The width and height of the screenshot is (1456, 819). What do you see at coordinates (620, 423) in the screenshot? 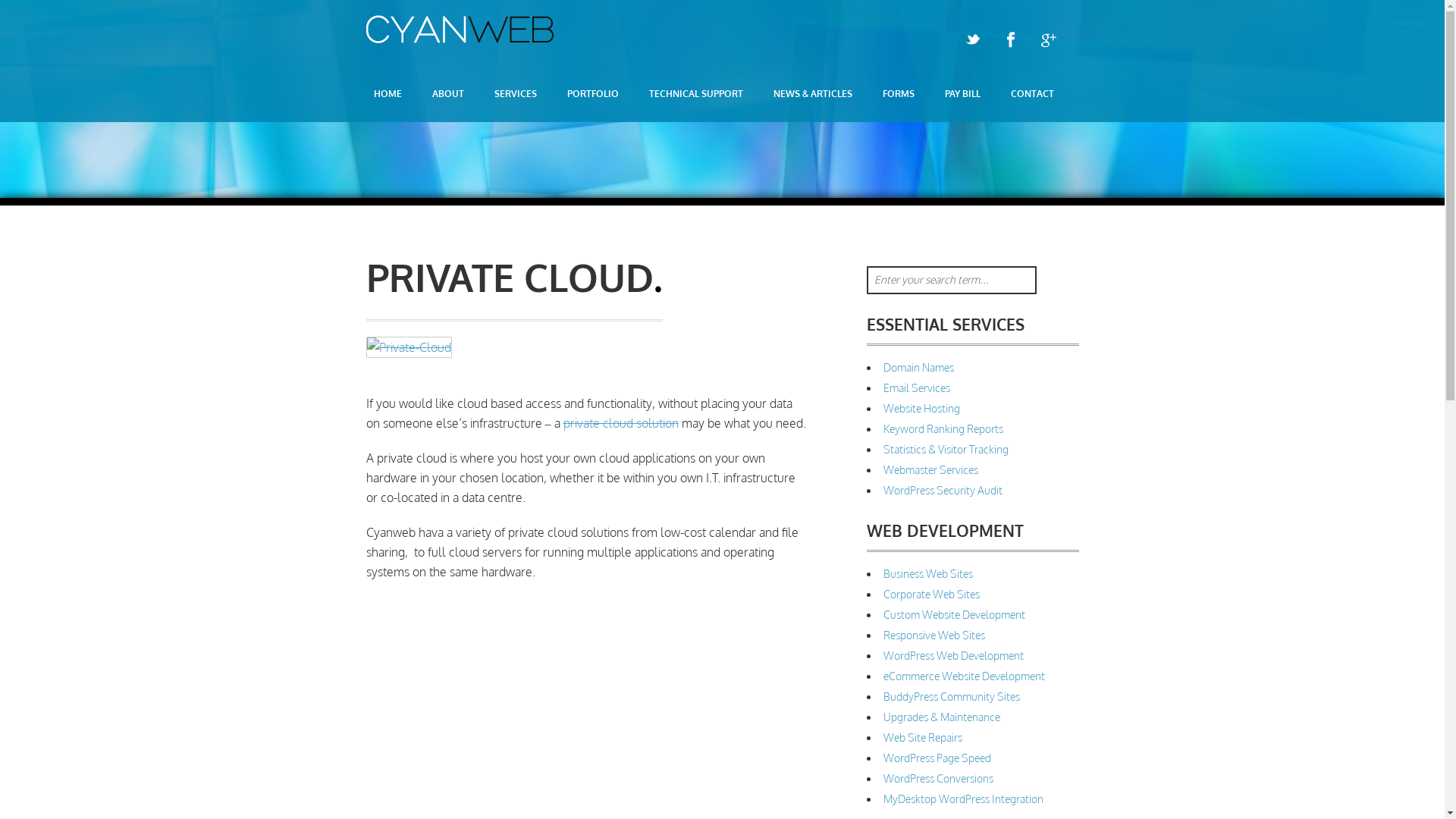
I see `'private cloud solution'` at bounding box center [620, 423].